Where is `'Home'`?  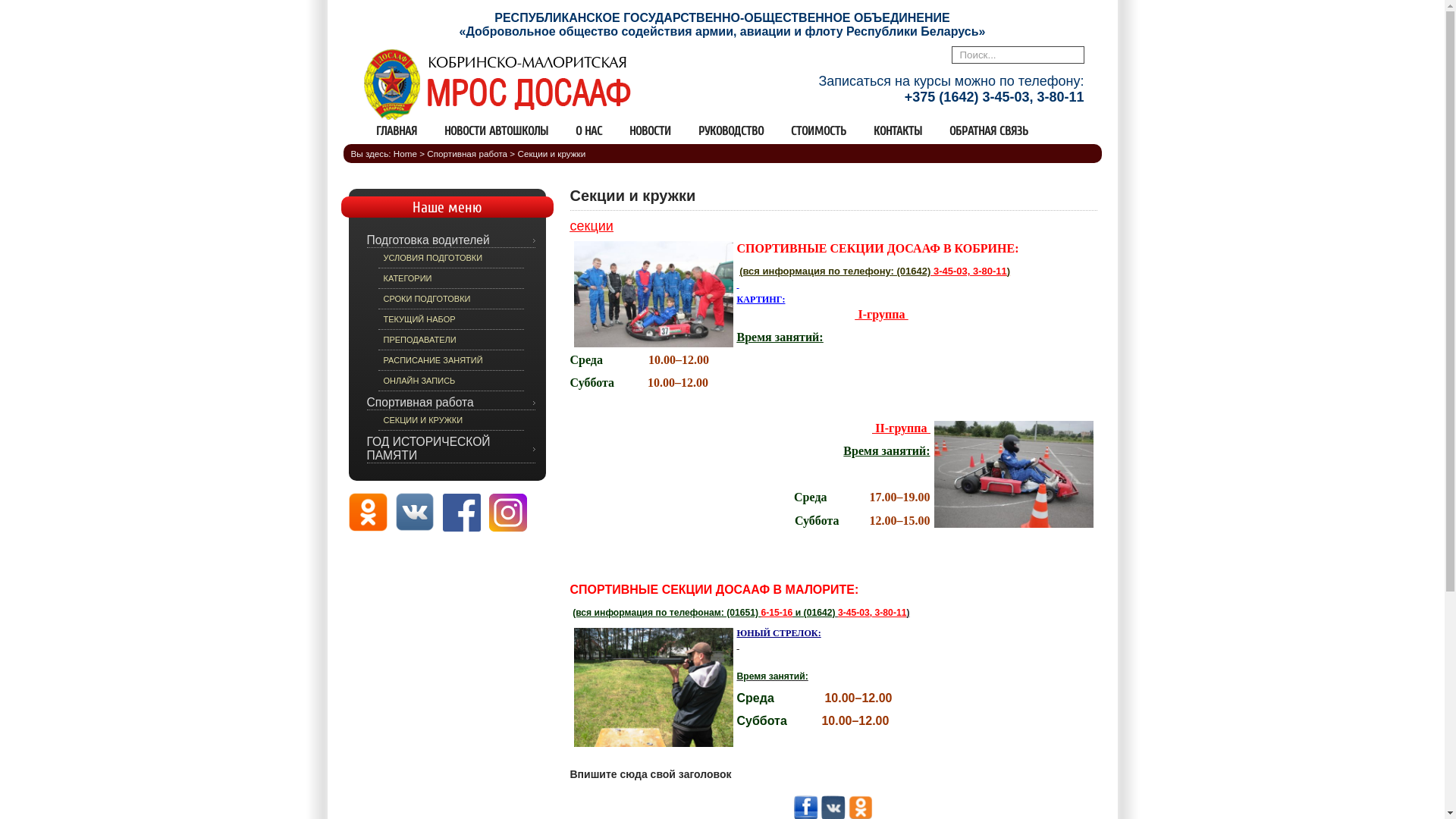 'Home' is located at coordinates (405, 153).